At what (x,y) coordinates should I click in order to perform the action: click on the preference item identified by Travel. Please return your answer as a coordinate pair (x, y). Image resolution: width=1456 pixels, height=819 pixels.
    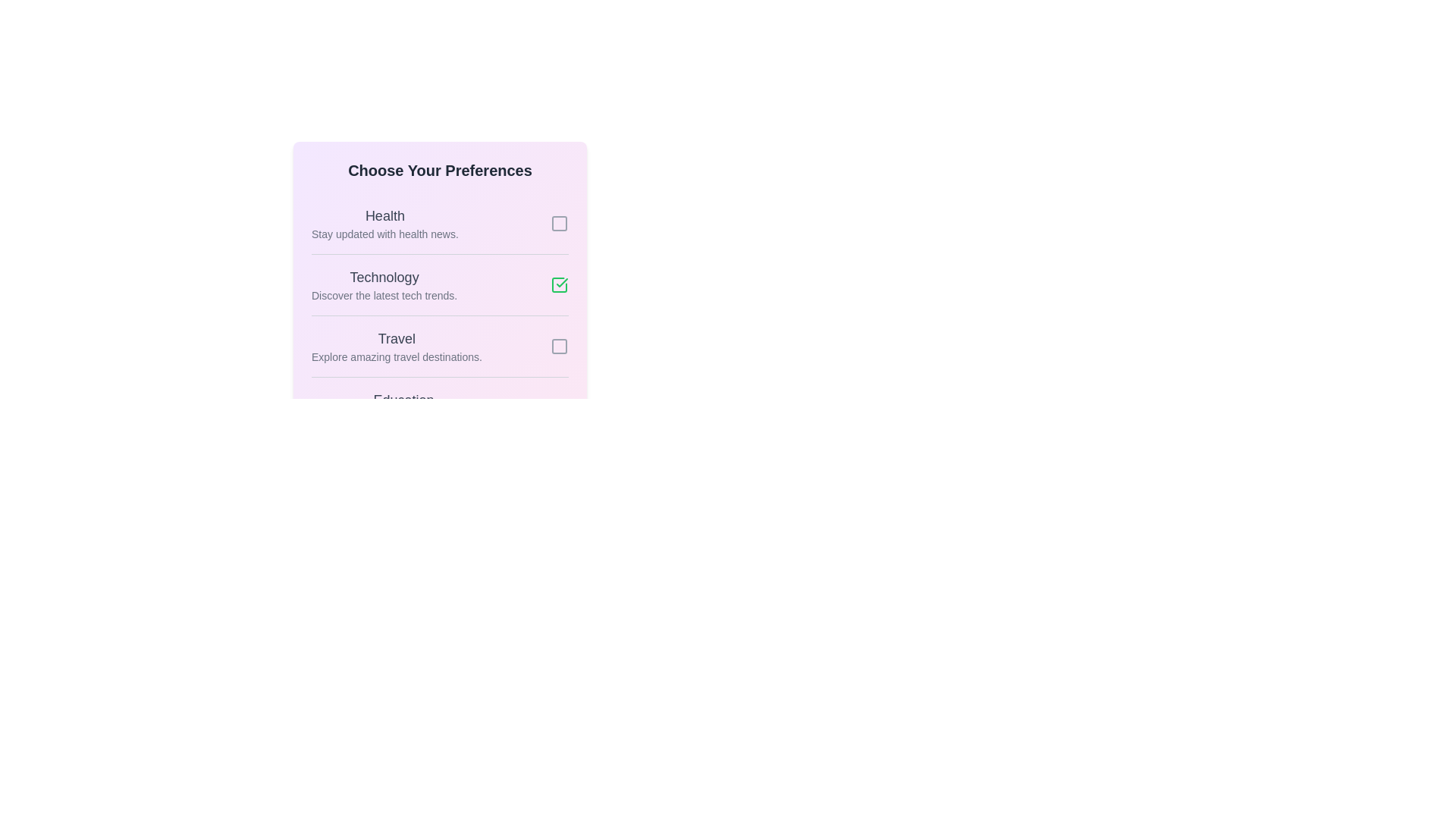
    Looking at the image, I should click on (559, 346).